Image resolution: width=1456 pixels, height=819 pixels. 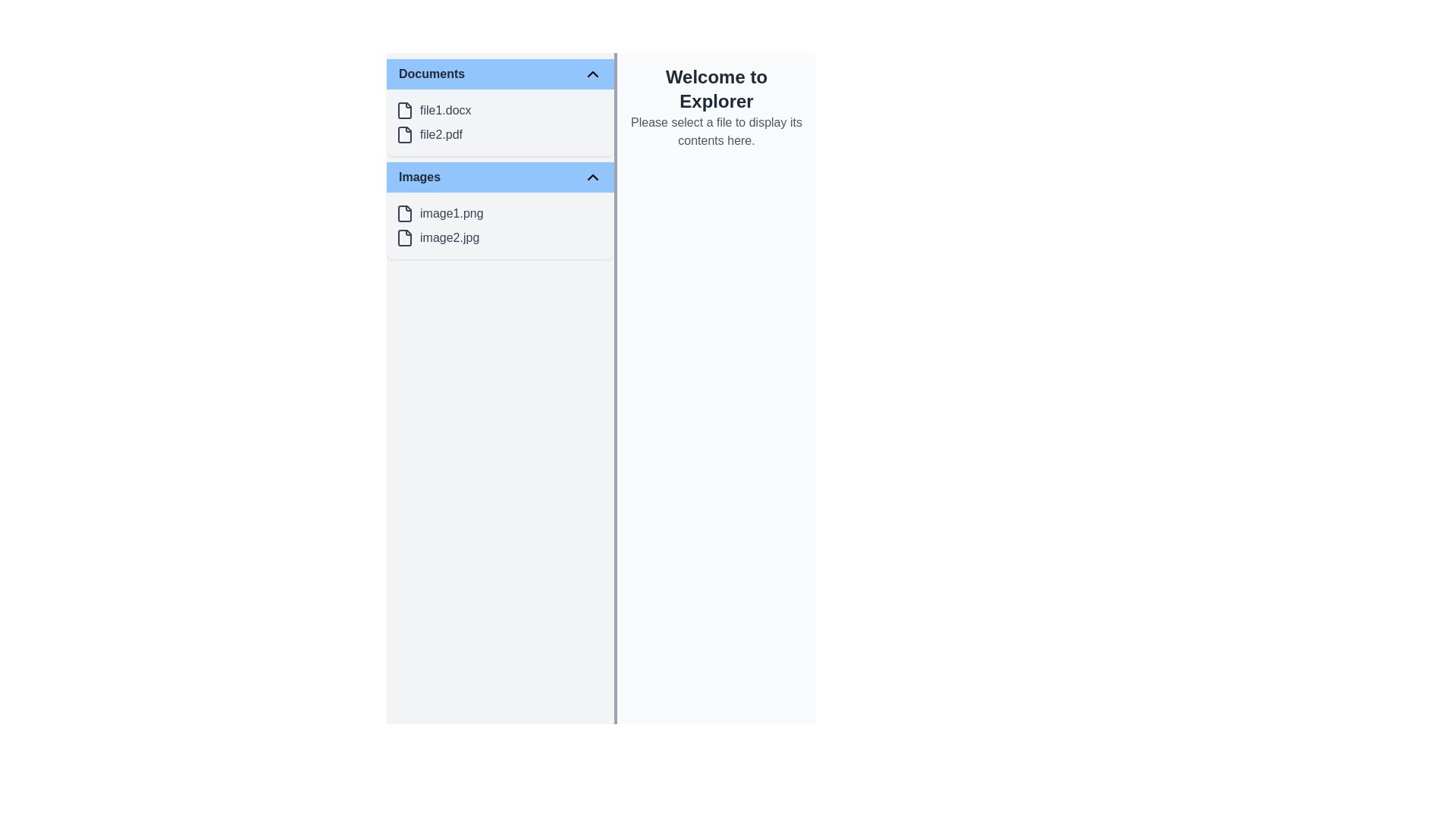 I want to click on the 'Documents' text label, which serves as a title for the section listing document files, so click(x=431, y=74).